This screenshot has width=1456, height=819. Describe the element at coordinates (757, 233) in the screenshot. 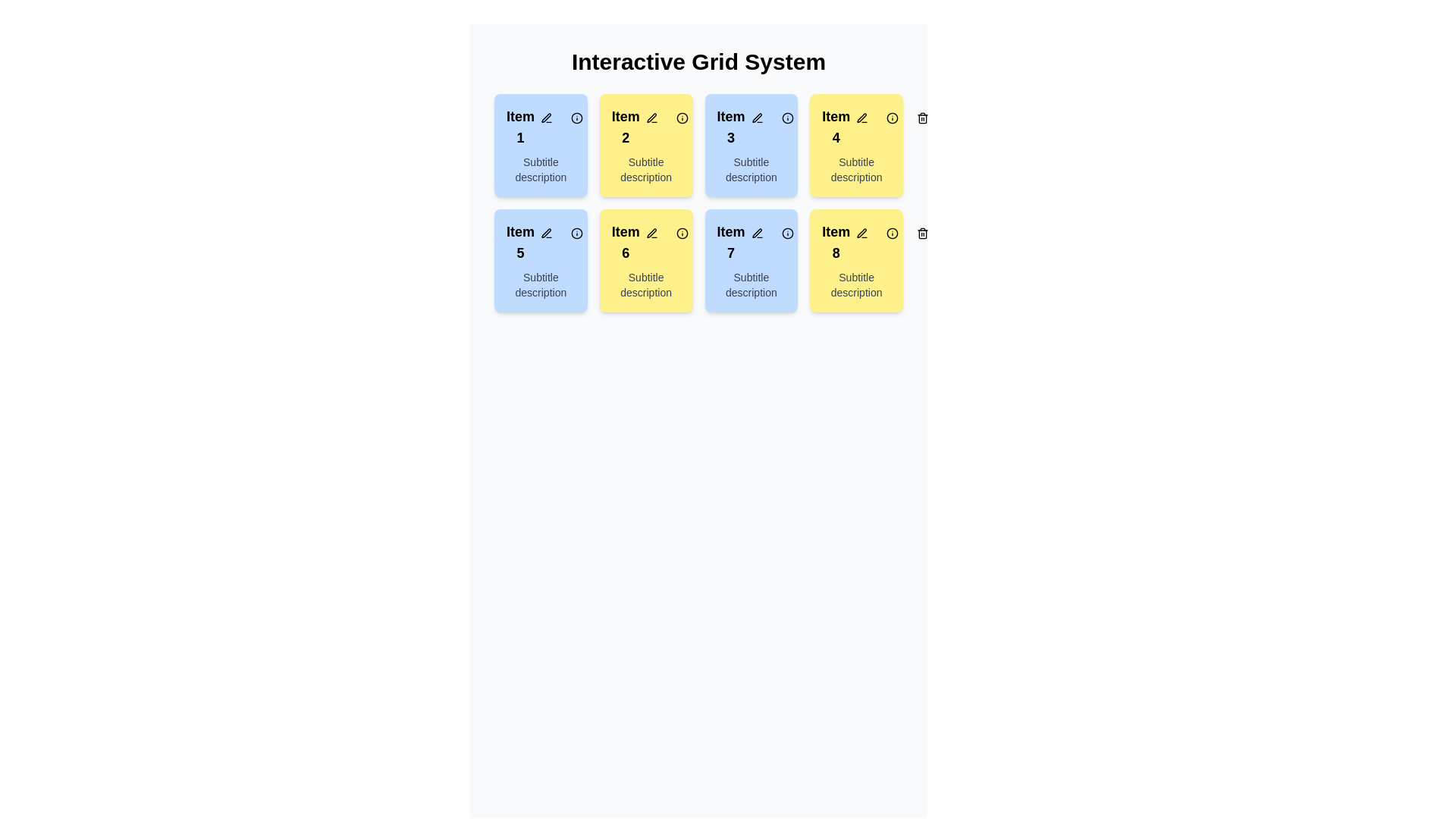

I see `the icon graphic resembling a pen or pencil located in the inline control group on the third row, second column (Item 7)` at that location.